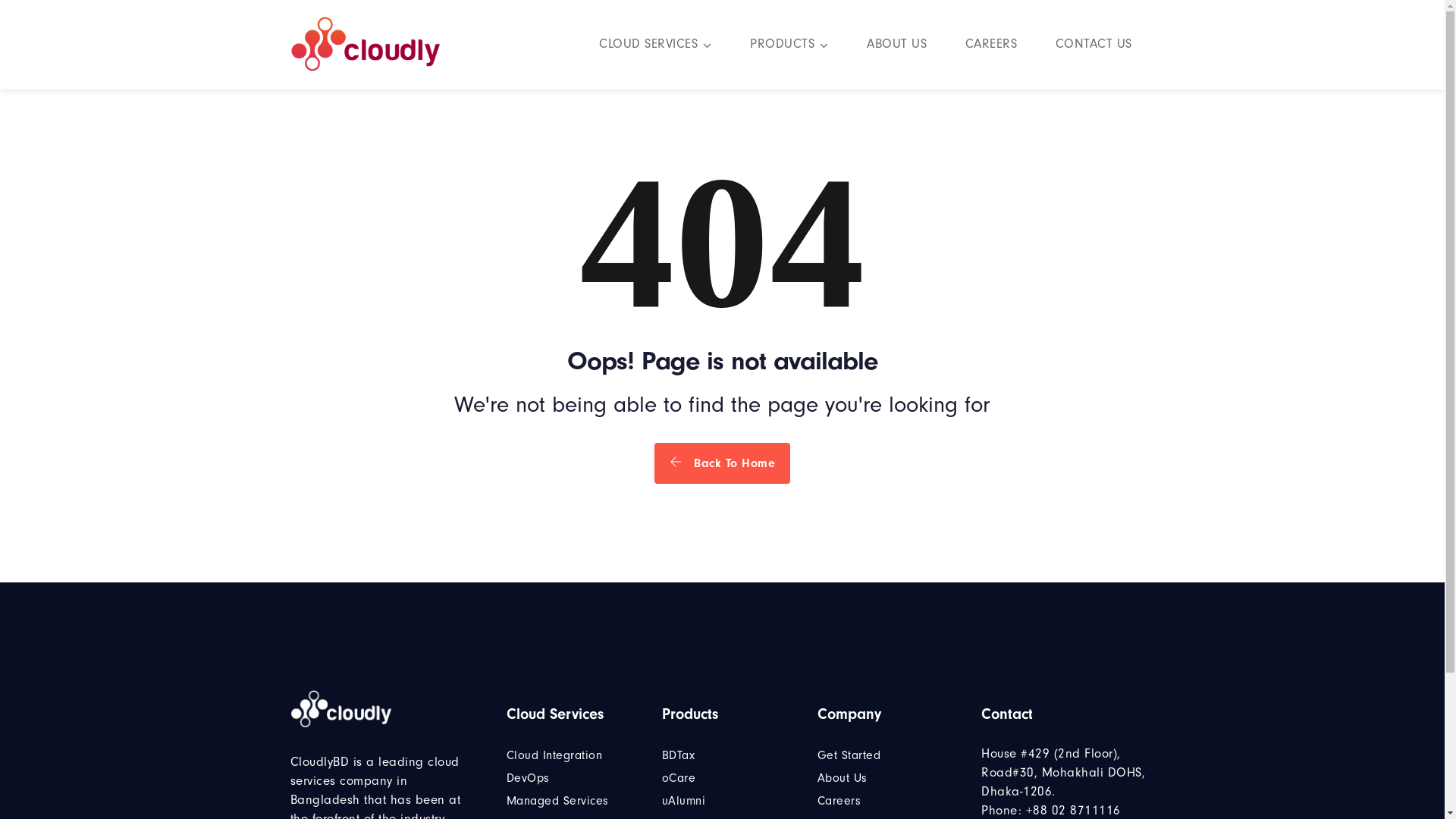 The width and height of the screenshot is (1456, 819). I want to click on 'CLOUD SERVICES', so click(655, 45).